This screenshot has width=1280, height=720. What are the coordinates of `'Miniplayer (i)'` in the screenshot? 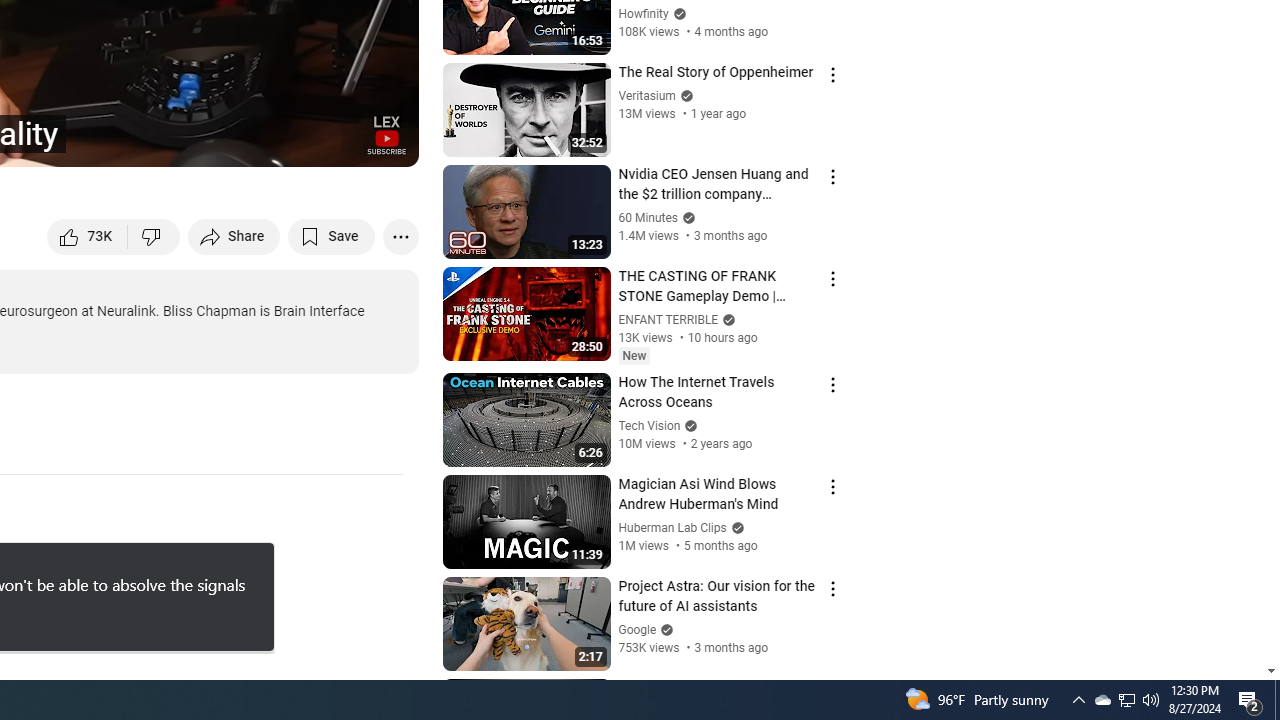 It's located at (285, 141).